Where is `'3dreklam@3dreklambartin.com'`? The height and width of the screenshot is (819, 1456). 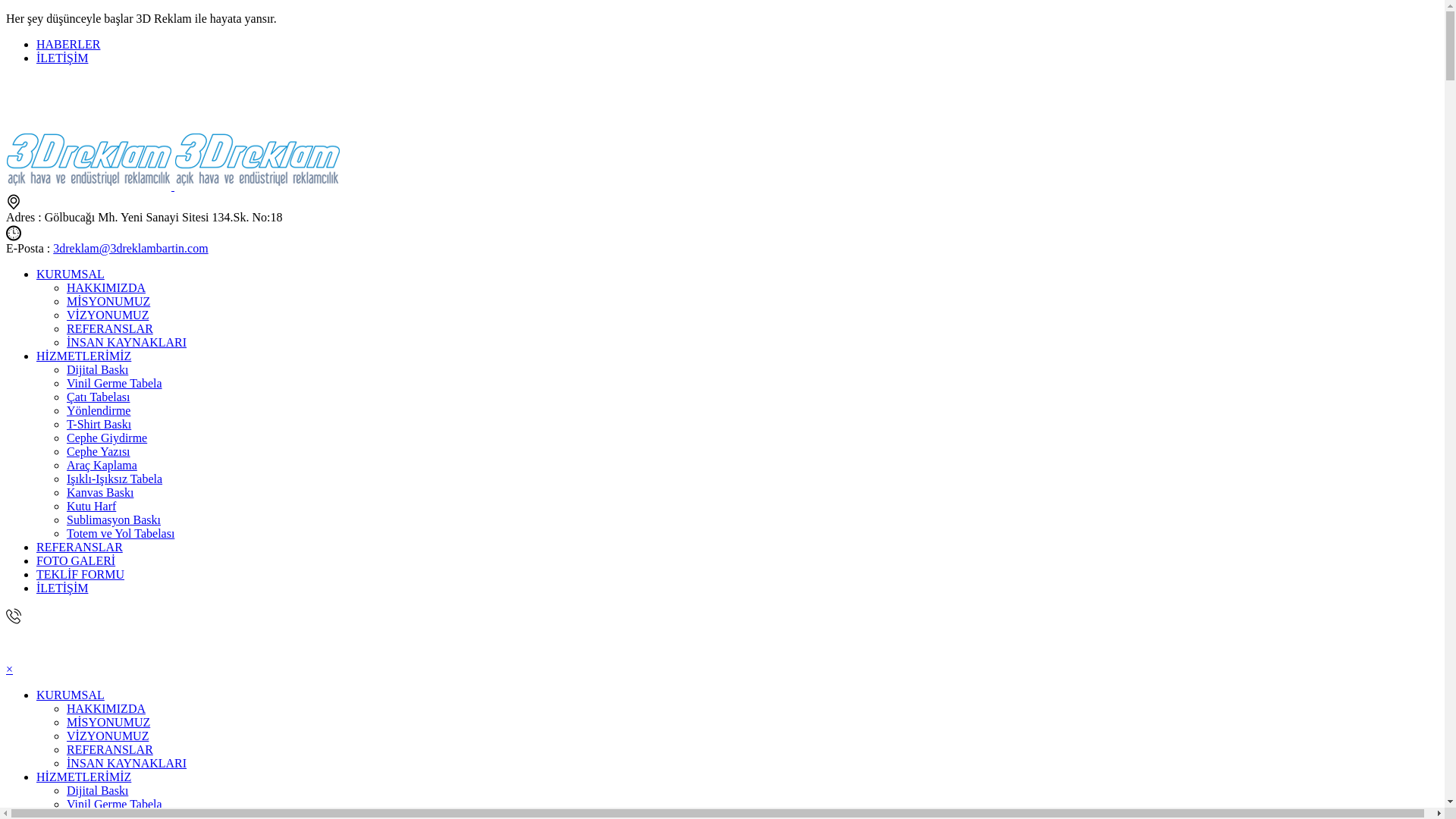 '3dreklam@3dreklambartin.com' is located at coordinates (130, 247).